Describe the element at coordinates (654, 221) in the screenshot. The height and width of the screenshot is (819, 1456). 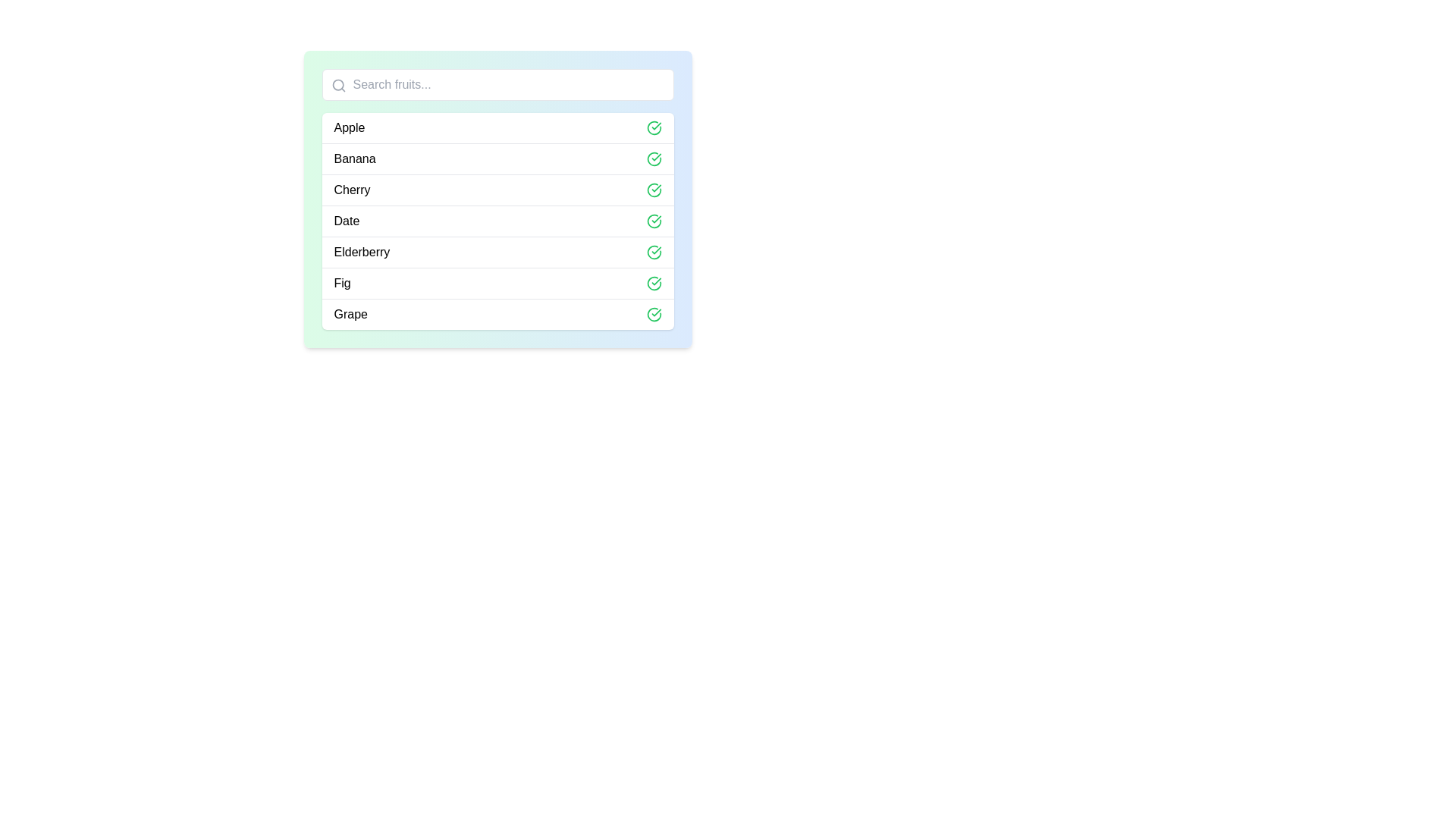
I see `the circular check mark icon located next to the 'Date' list item` at that location.